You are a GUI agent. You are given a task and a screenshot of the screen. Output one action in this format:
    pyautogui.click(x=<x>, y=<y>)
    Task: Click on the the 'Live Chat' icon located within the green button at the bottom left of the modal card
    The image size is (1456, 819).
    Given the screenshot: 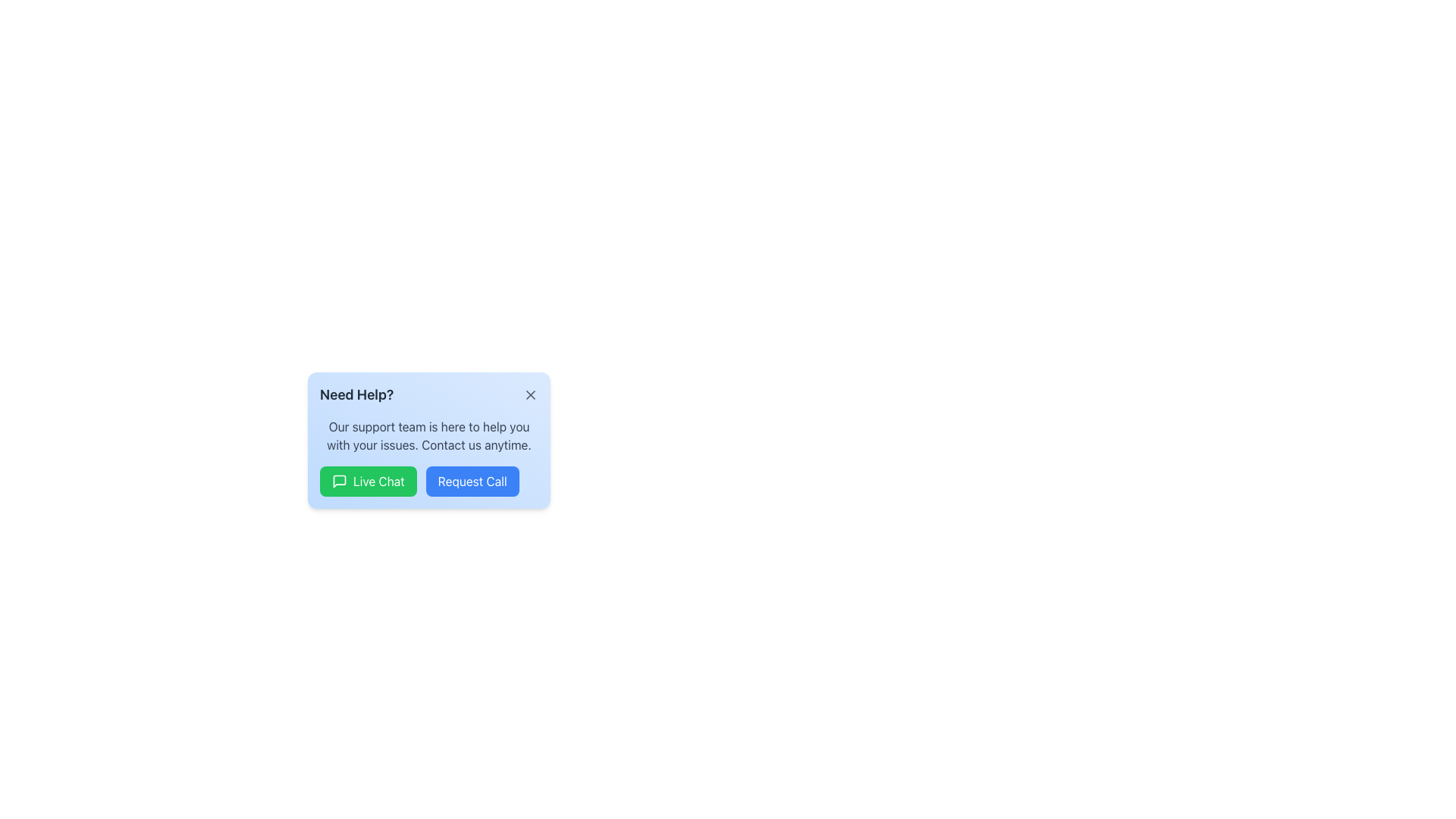 What is the action you would take?
    pyautogui.click(x=338, y=482)
    